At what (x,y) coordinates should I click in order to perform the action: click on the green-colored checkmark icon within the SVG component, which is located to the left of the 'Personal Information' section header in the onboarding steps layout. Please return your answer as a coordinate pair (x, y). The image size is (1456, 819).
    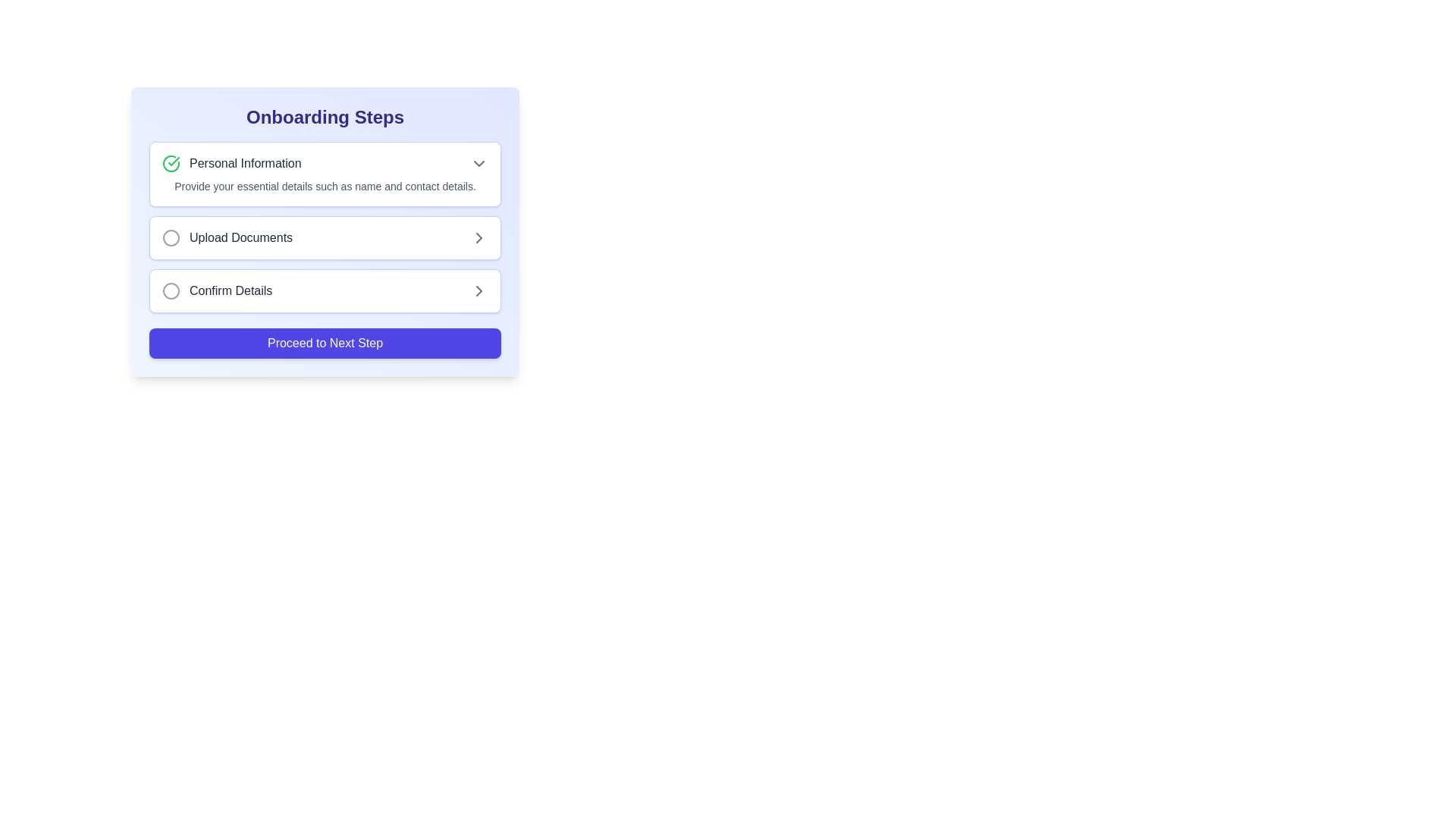
    Looking at the image, I should click on (174, 161).